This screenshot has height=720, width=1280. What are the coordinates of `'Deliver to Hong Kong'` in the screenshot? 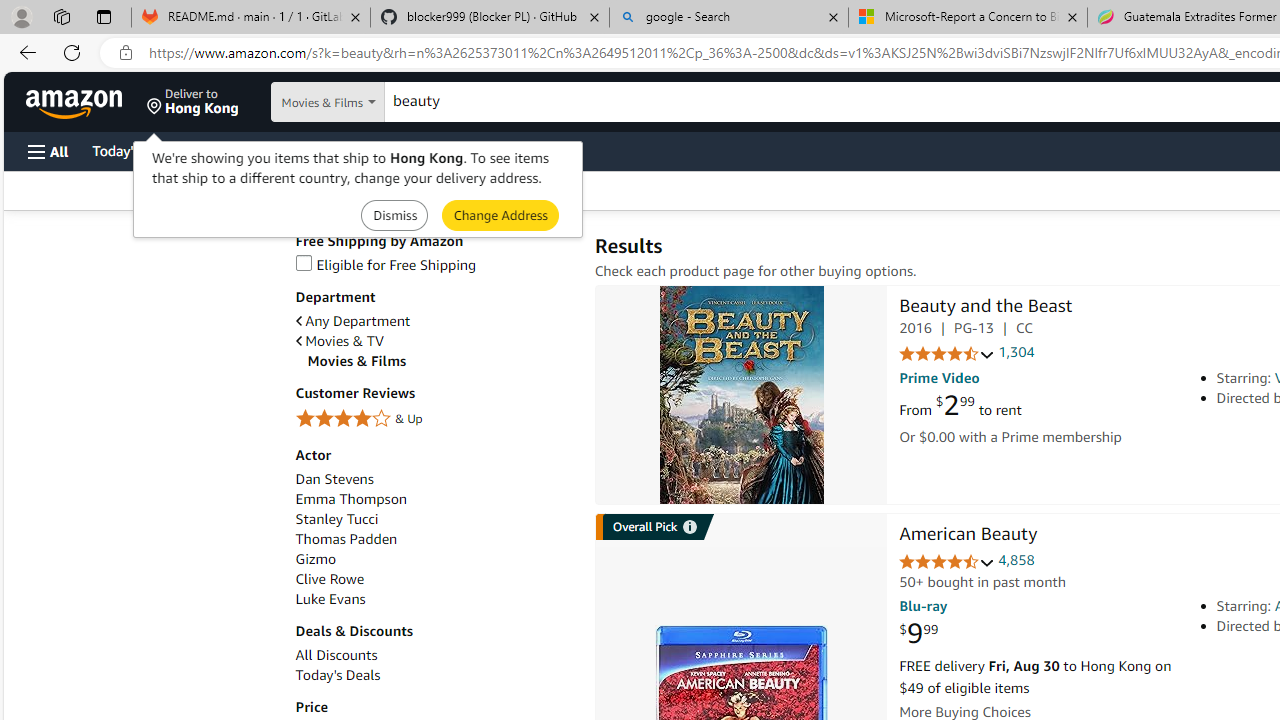 It's located at (193, 101).